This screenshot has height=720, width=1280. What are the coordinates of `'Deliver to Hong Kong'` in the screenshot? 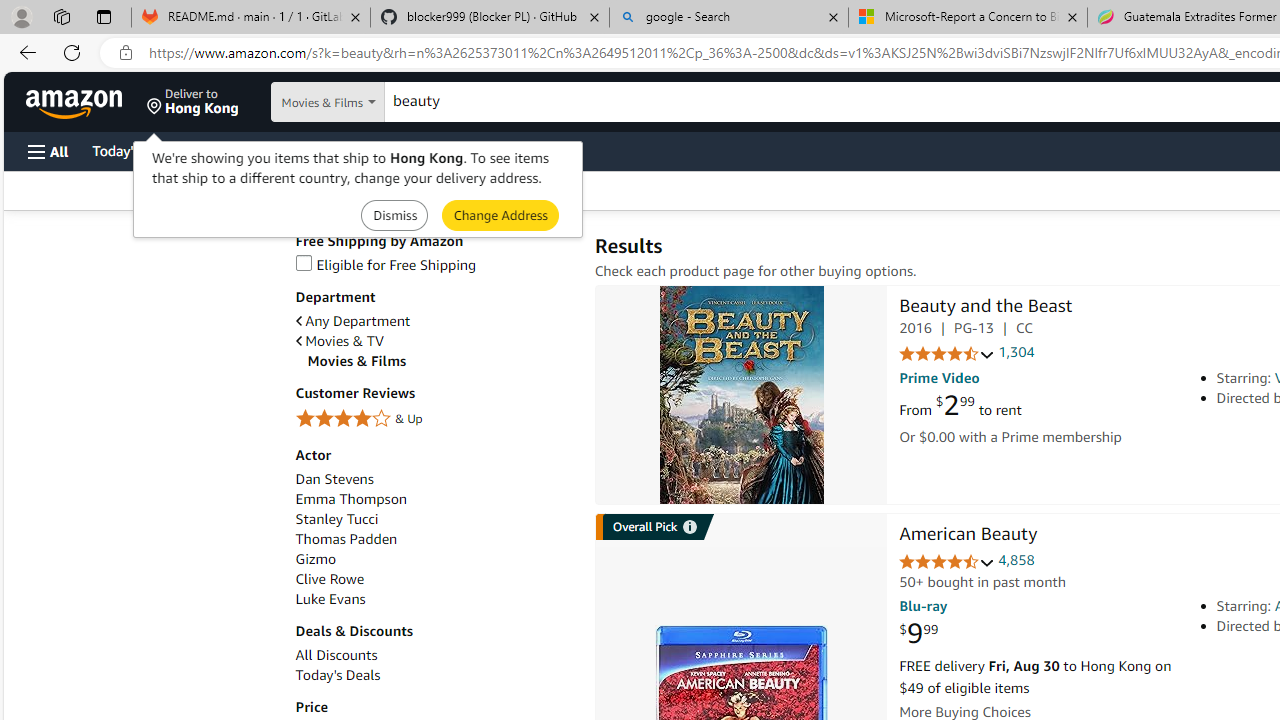 It's located at (193, 101).